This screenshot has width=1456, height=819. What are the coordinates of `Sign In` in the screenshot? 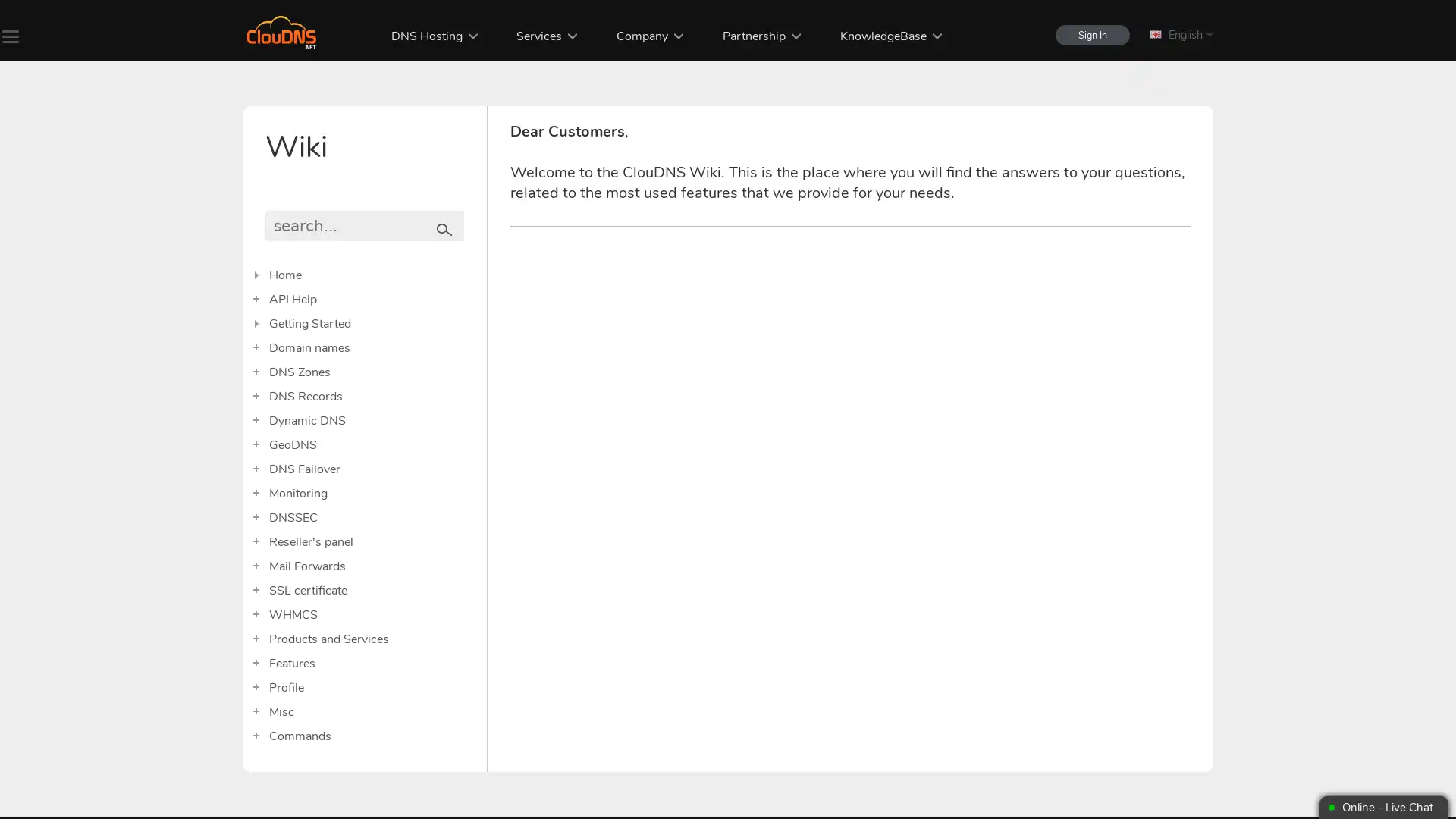 It's located at (1084, 34).